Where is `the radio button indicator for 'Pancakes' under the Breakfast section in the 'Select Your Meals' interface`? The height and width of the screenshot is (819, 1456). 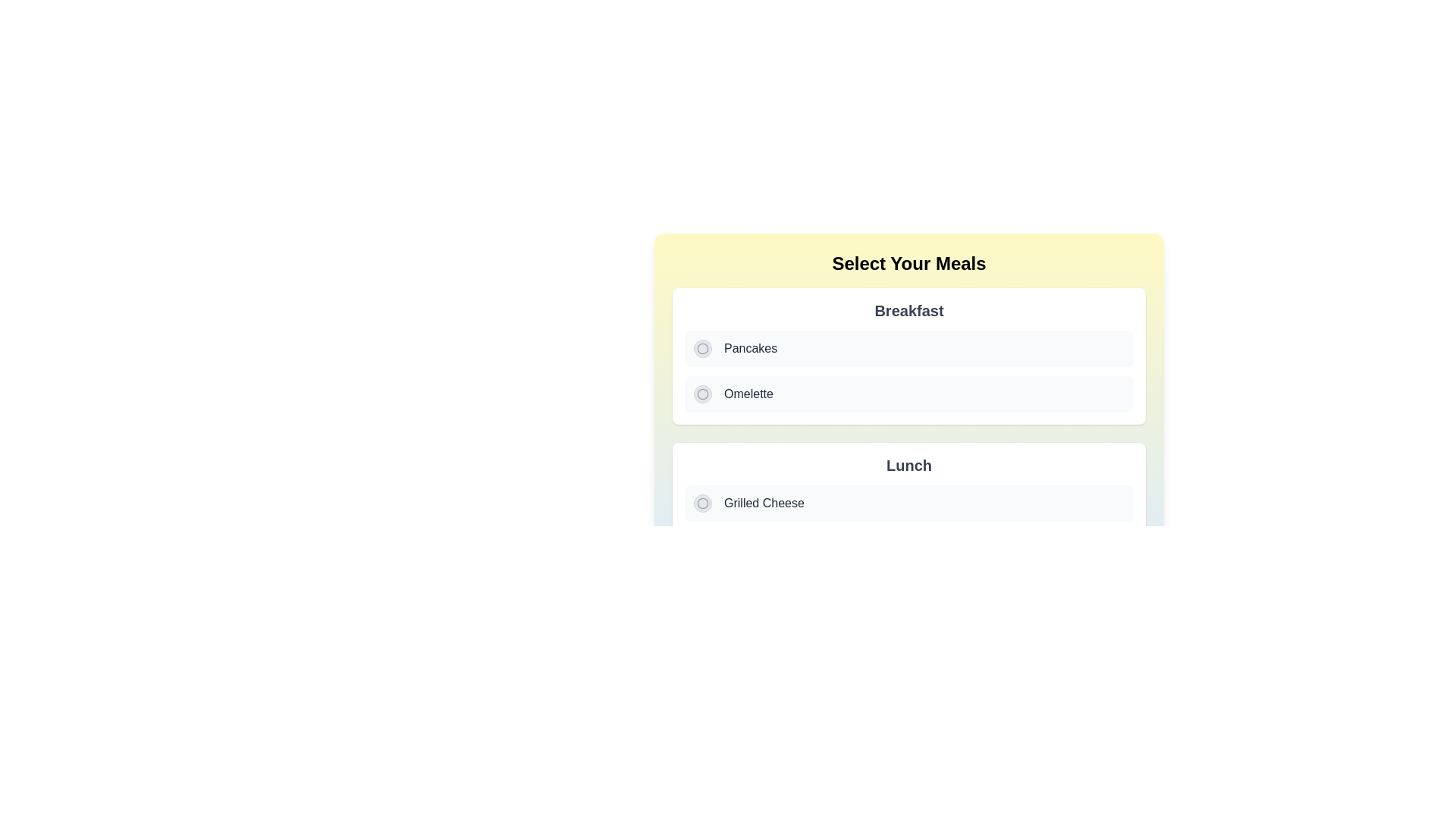
the radio button indicator for 'Pancakes' under the Breakfast section in the 'Select Your Meals' interface is located at coordinates (701, 503).